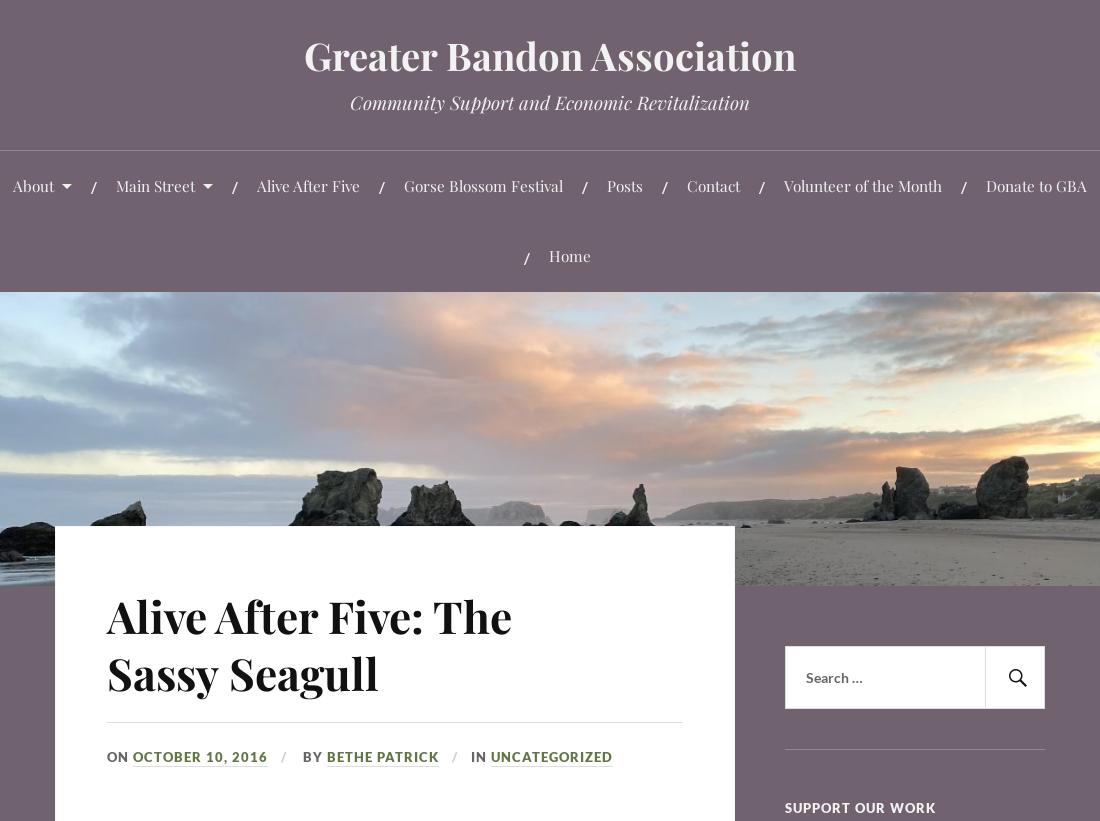 The height and width of the screenshot is (821, 1100). What do you see at coordinates (311, 754) in the screenshot?
I see `'By'` at bounding box center [311, 754].